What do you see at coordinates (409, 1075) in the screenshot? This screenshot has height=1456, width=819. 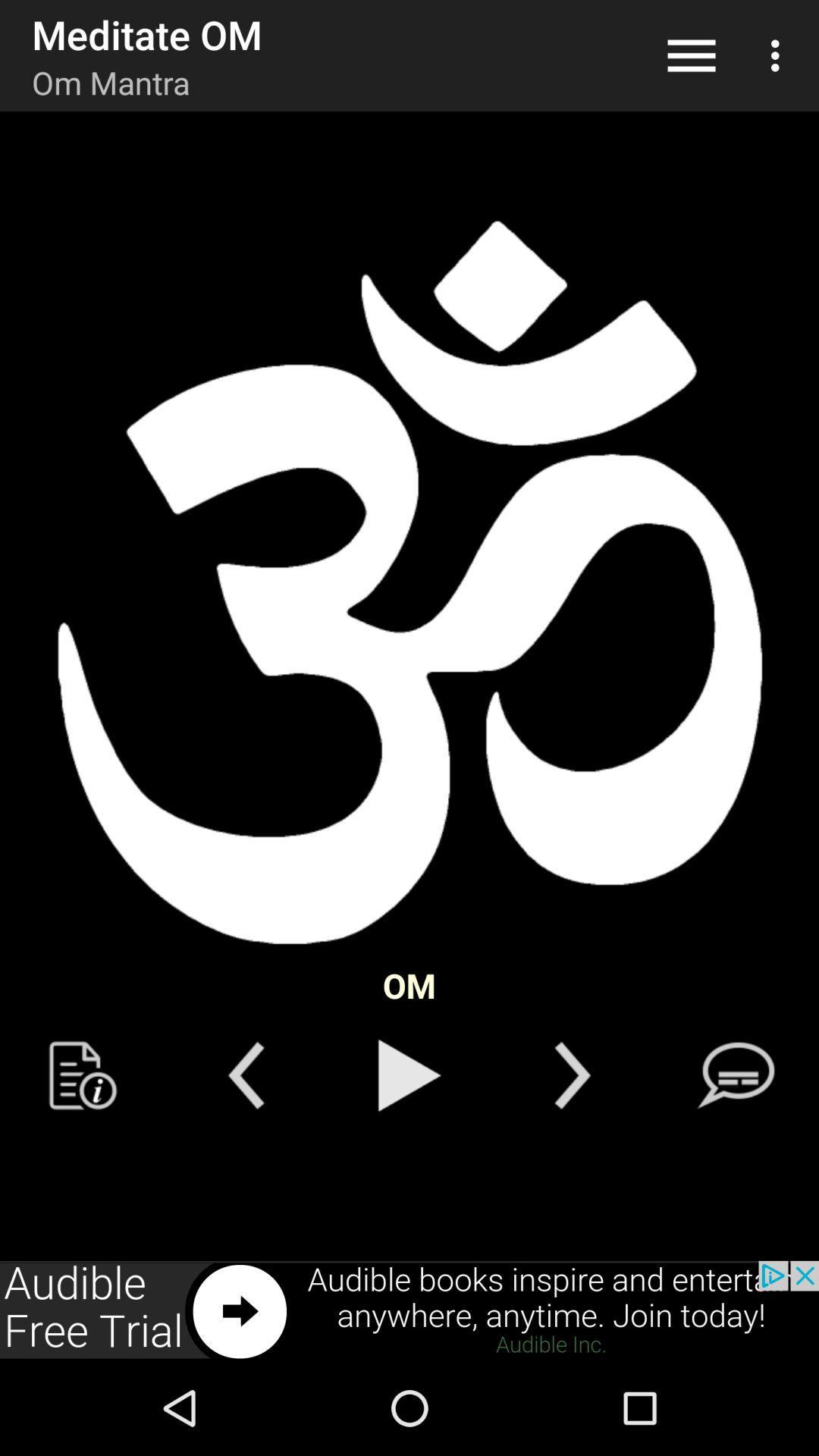 I see `sound pega` at bounding box center [409, 1075].